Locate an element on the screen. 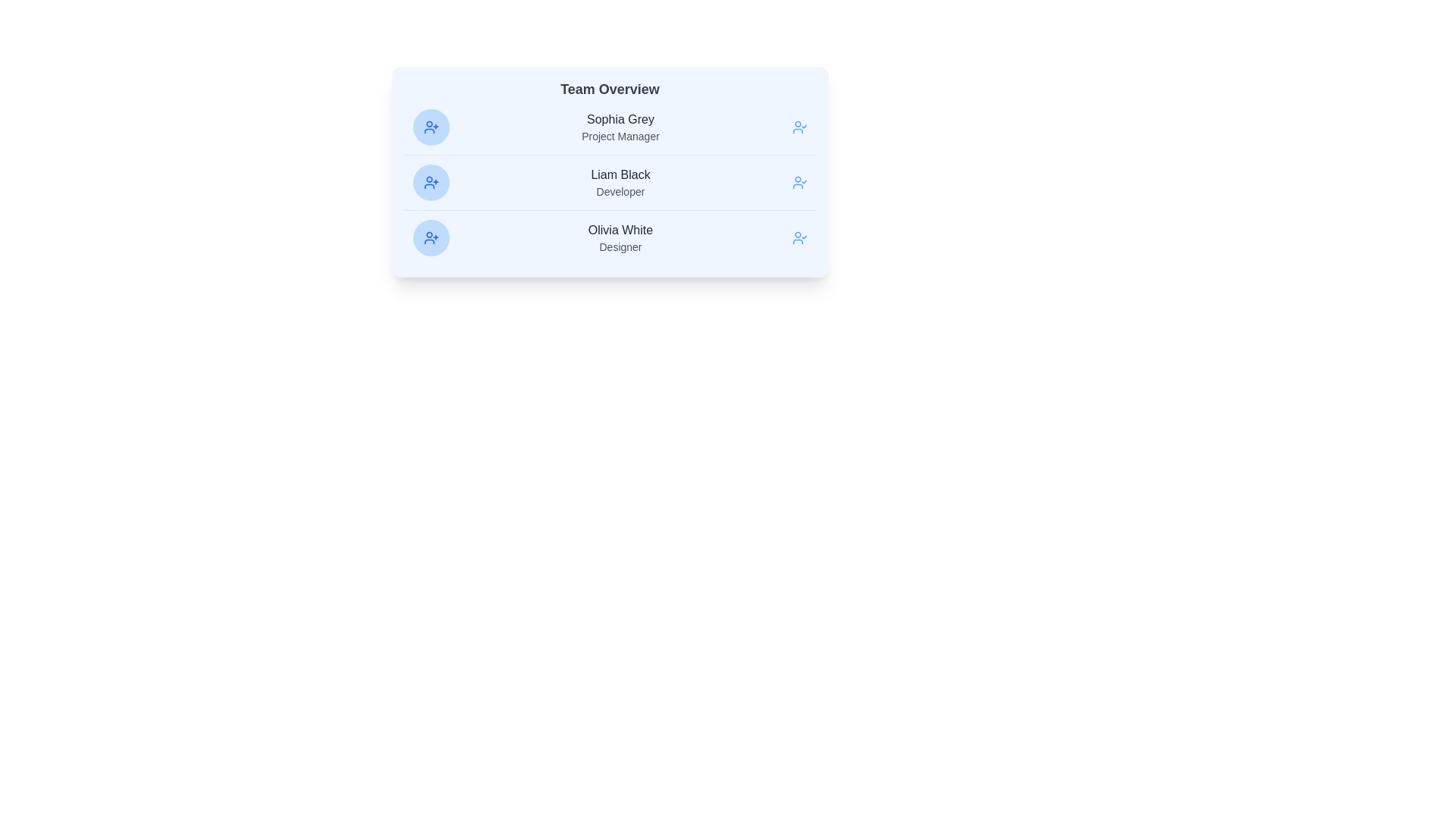  the user profile text display located in the third entry of the 'Team Overview' card, which identifies an individual within the team context is located at coordinates (620, 237).